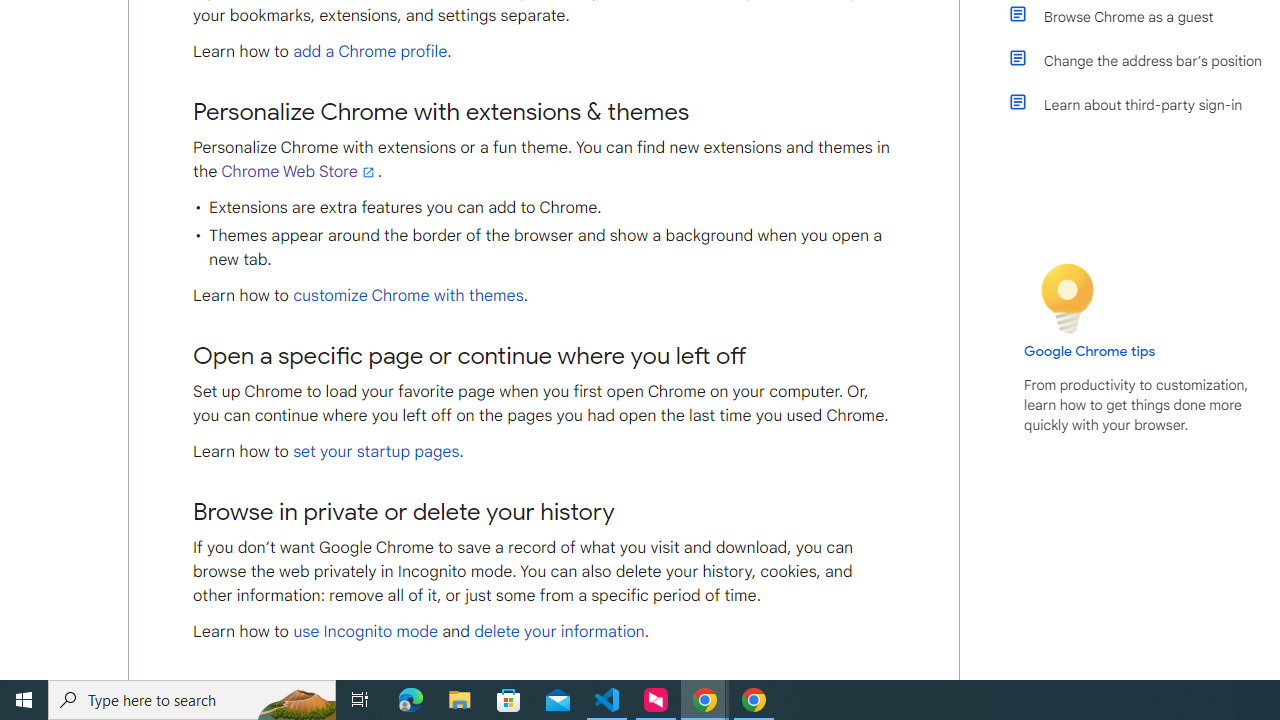 The image size is (1280, 720). What do you see at coordinates (298, 171) in the screenshot?
I see `'Chrome Web Store'` at bounding box center [298, 171].